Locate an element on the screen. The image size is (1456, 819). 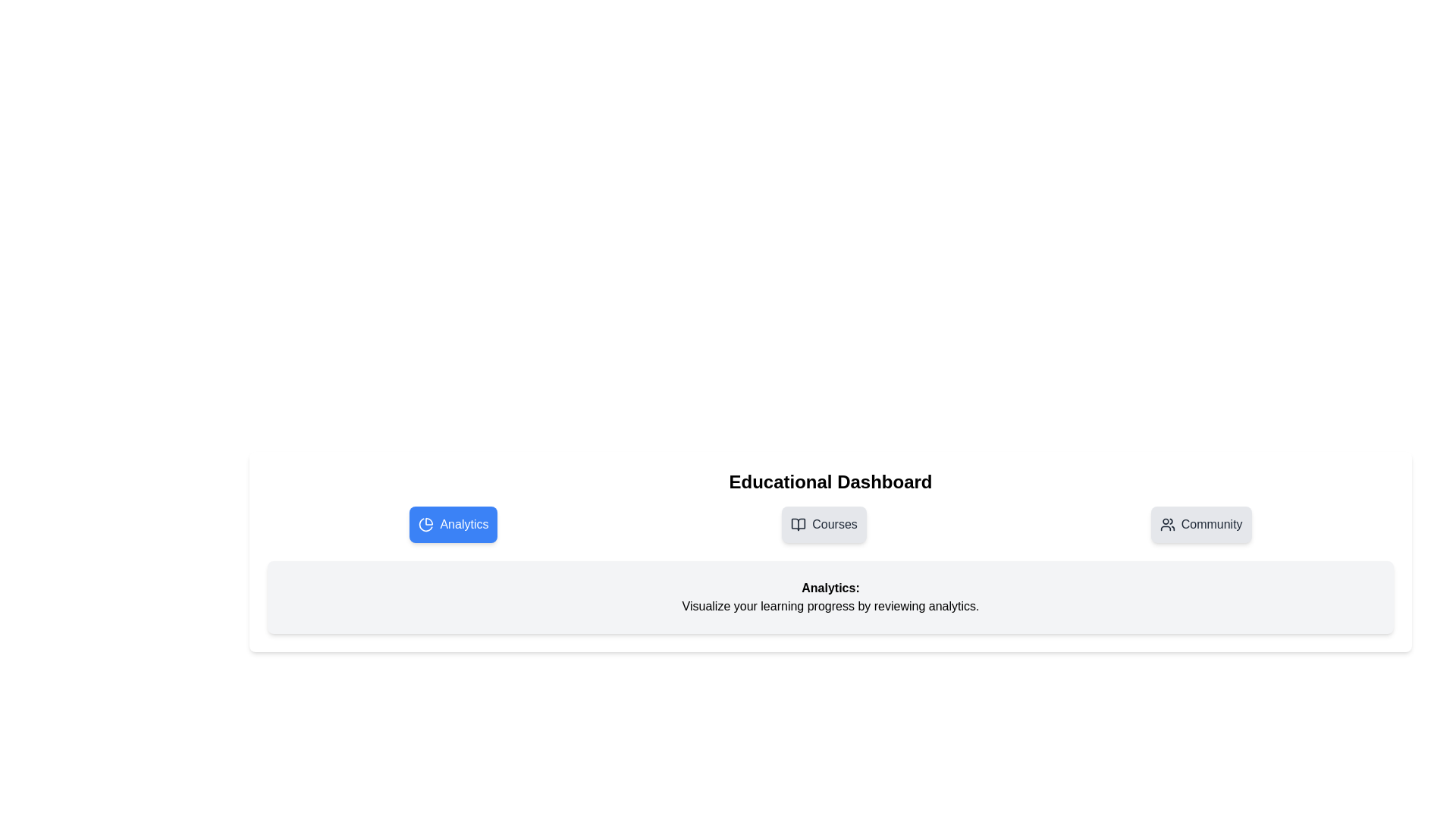
the tab button labeled Community is located at coordinates (1200, 523).